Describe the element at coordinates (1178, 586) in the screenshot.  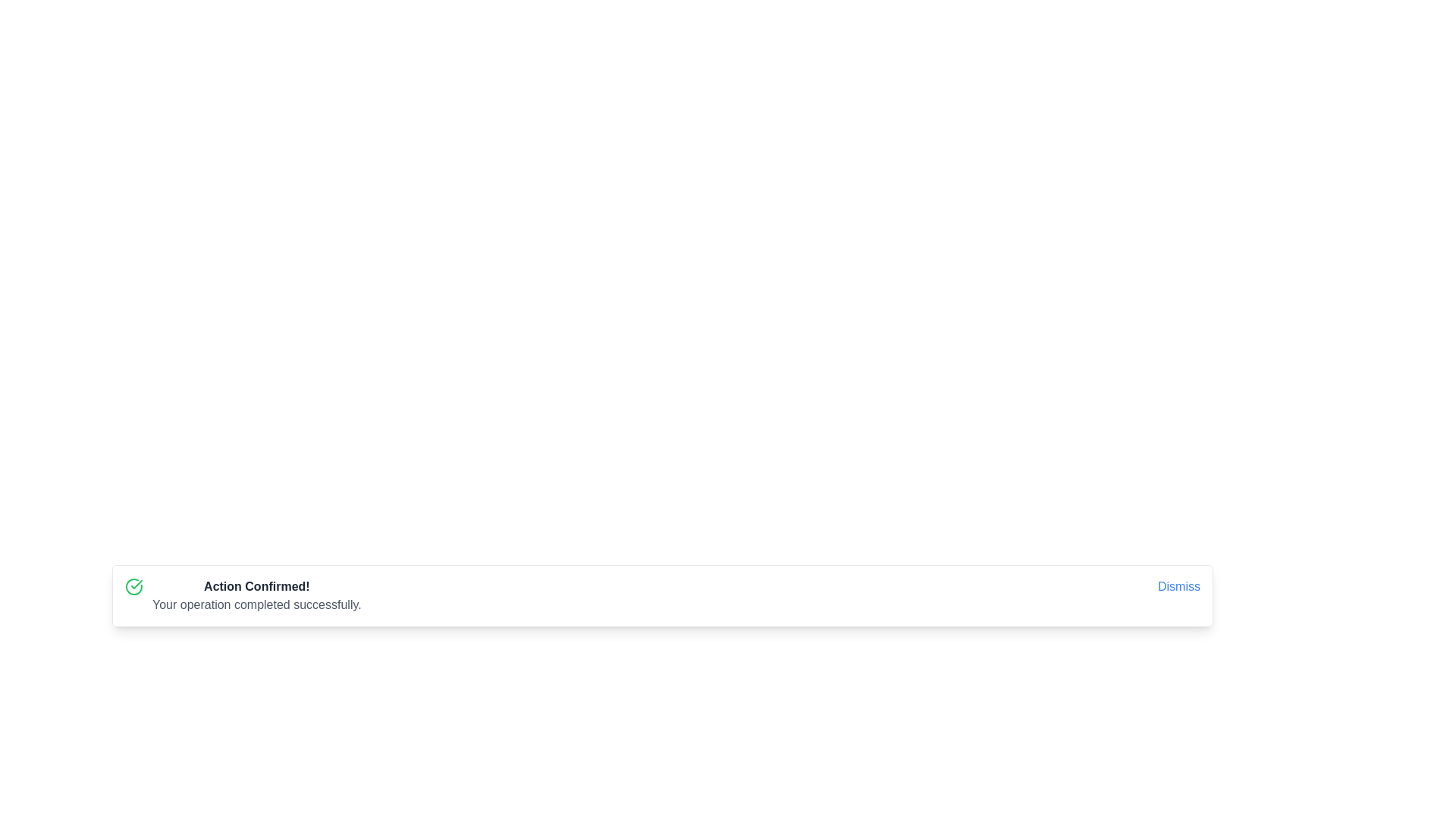
I see `the 'Dismiss' button to view the hover effect` at that location.